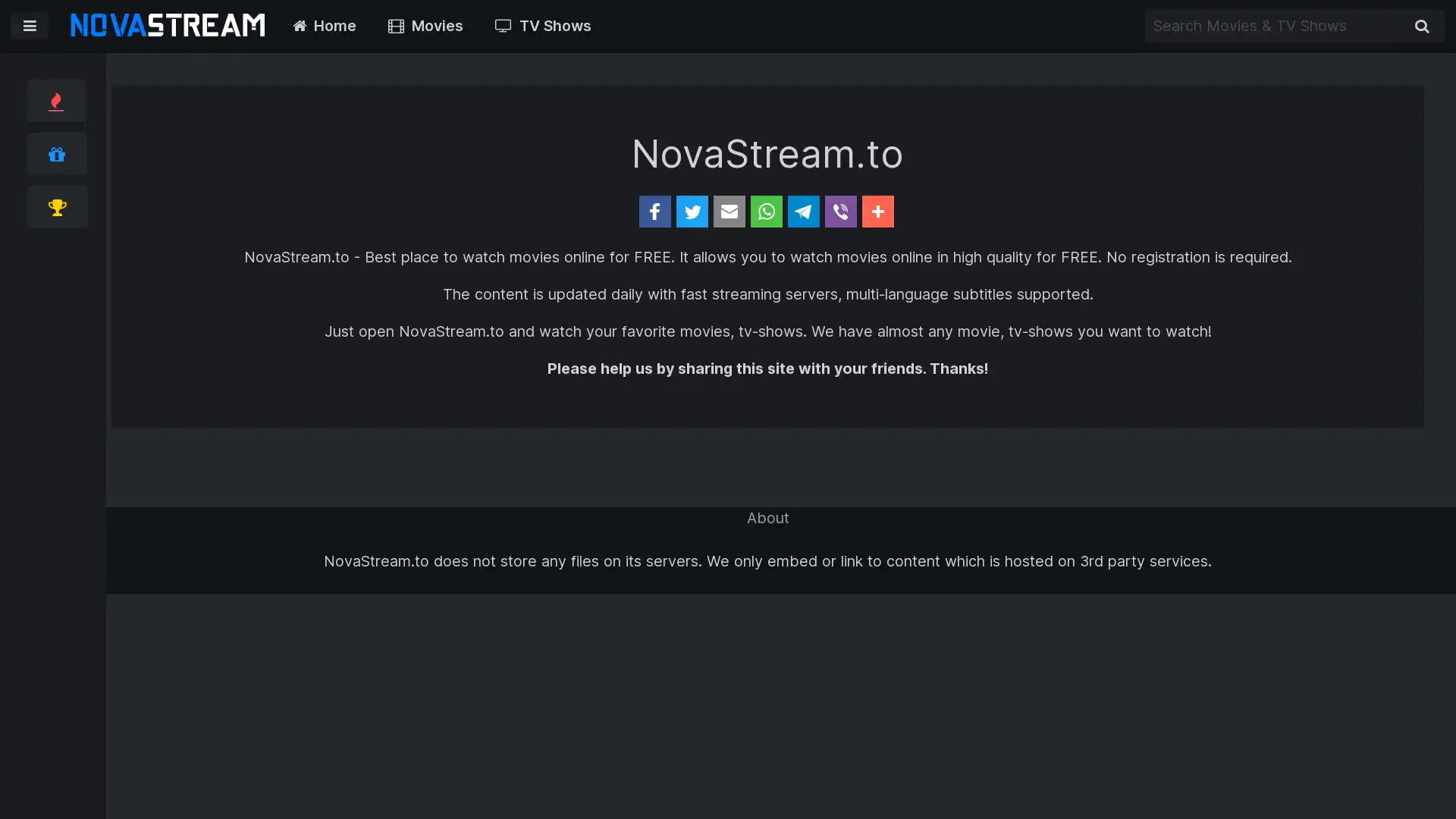 This screenshot has width=1456, height=819. I want to click on Share to WhatsApp WhatsApp, so click(770, 211).